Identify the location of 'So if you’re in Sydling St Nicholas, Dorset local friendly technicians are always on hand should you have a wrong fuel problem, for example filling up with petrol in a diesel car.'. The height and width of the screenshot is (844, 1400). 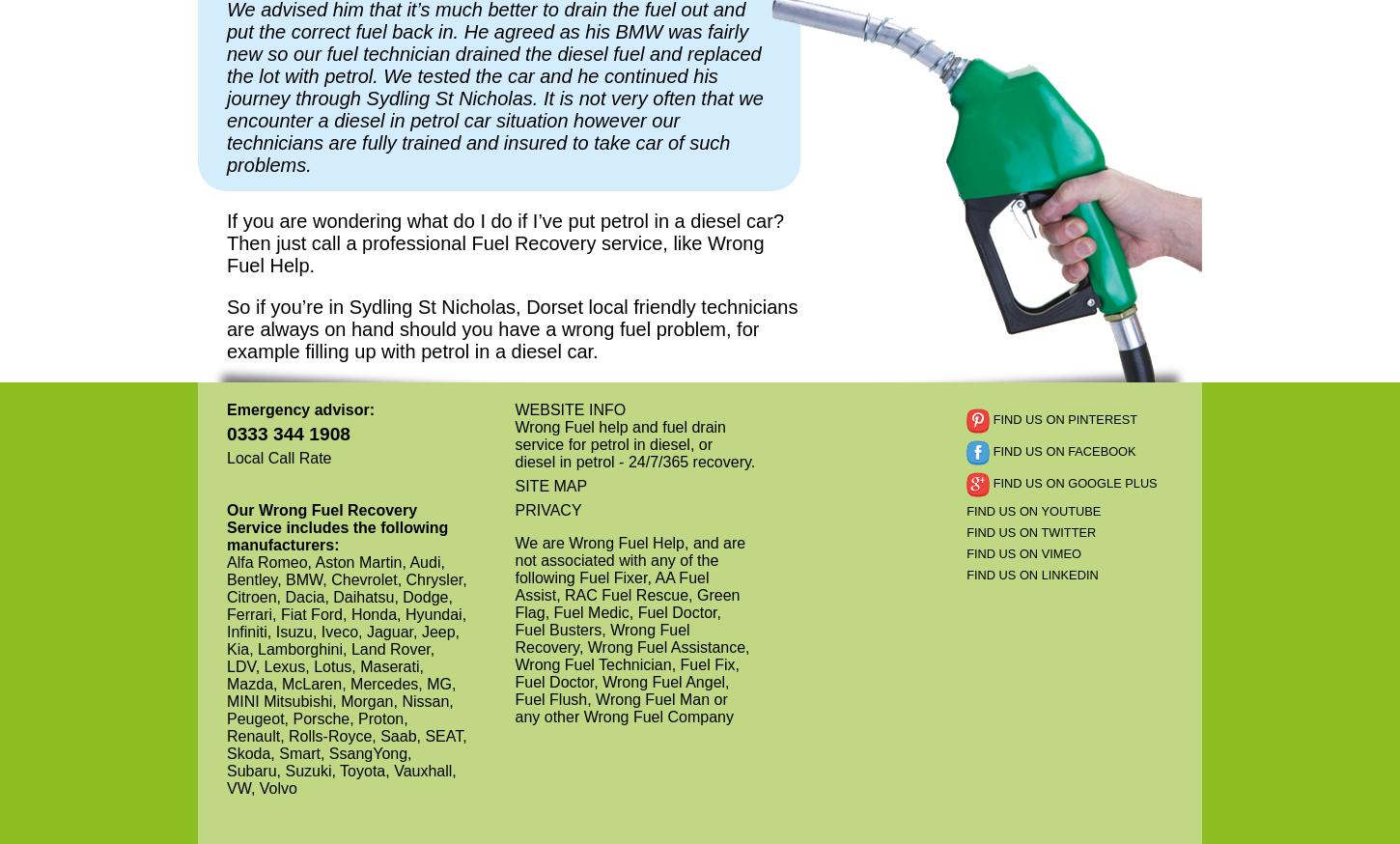
(512, 326).